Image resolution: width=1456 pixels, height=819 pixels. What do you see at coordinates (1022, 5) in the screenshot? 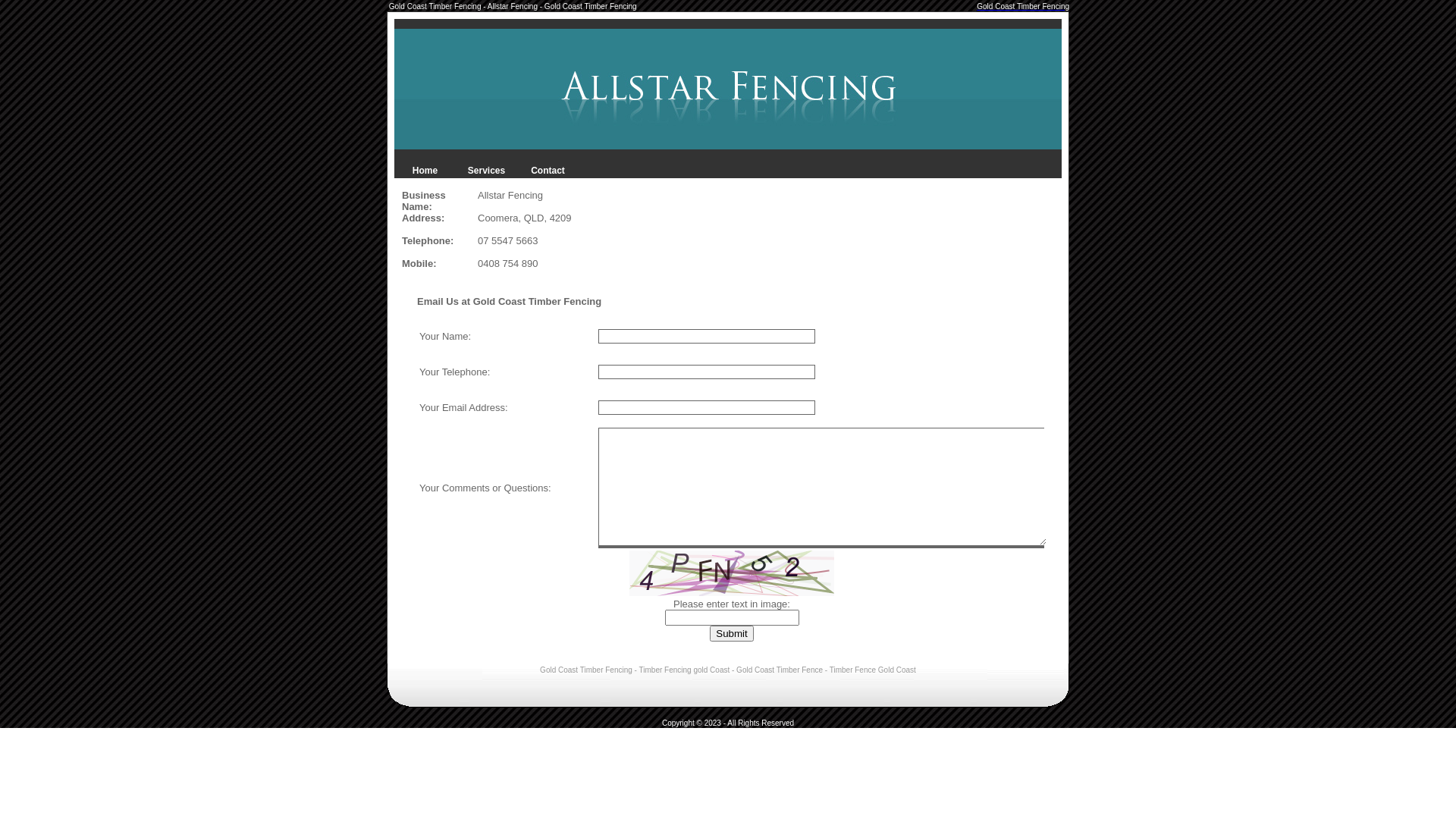
I see `'Gold Coast Timber Fencing'` at bounding box center [1022, 5].